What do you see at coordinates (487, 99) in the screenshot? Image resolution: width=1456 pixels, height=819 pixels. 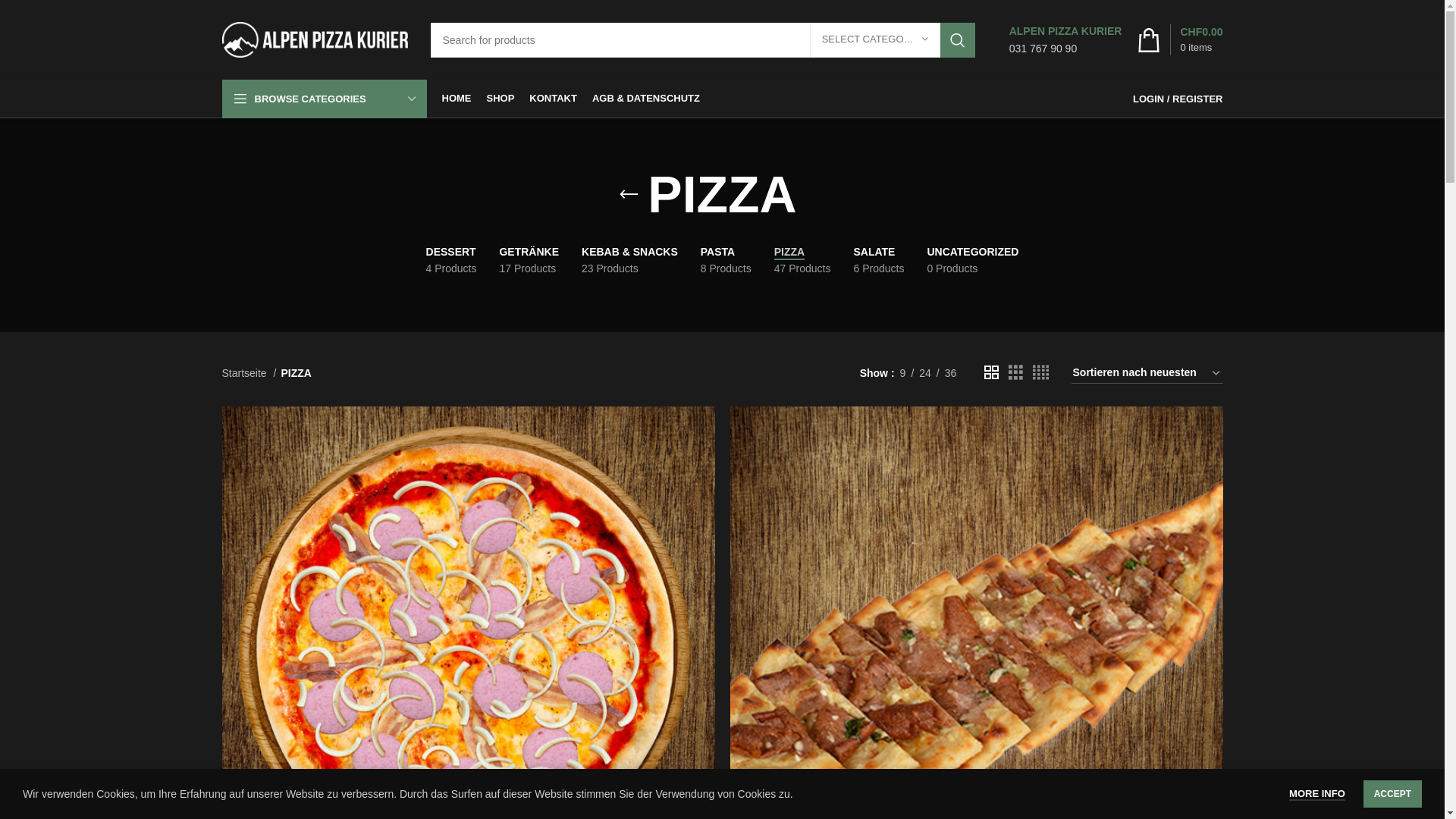 I see `'SHOP'` at bounding box center [487, 99].